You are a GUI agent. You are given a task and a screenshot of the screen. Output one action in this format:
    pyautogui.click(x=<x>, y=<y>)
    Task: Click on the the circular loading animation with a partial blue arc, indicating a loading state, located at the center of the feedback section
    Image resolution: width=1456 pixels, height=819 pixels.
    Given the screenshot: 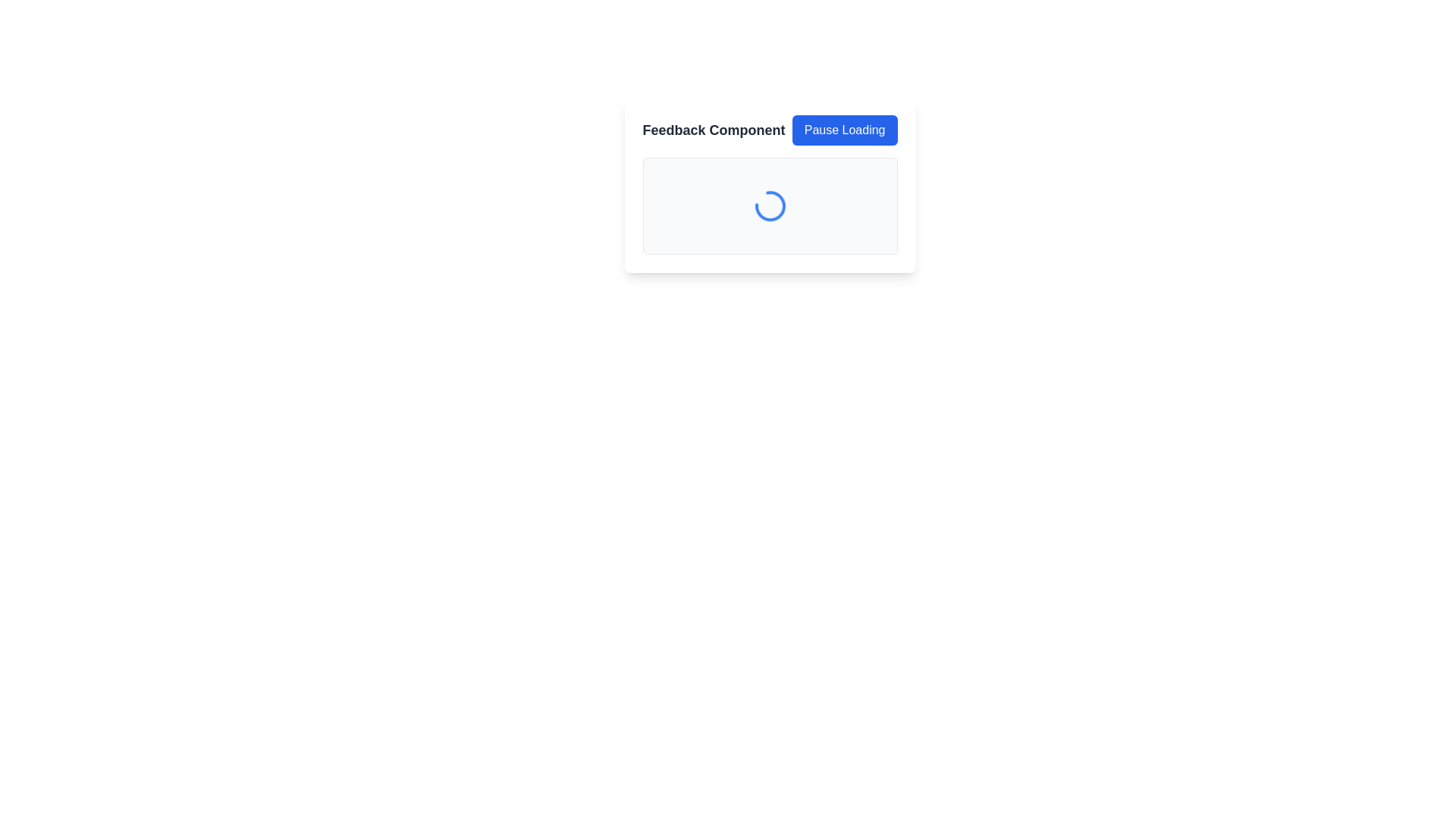 What is the action you would take?
    pyautogui.click(x=770, y=206)
    